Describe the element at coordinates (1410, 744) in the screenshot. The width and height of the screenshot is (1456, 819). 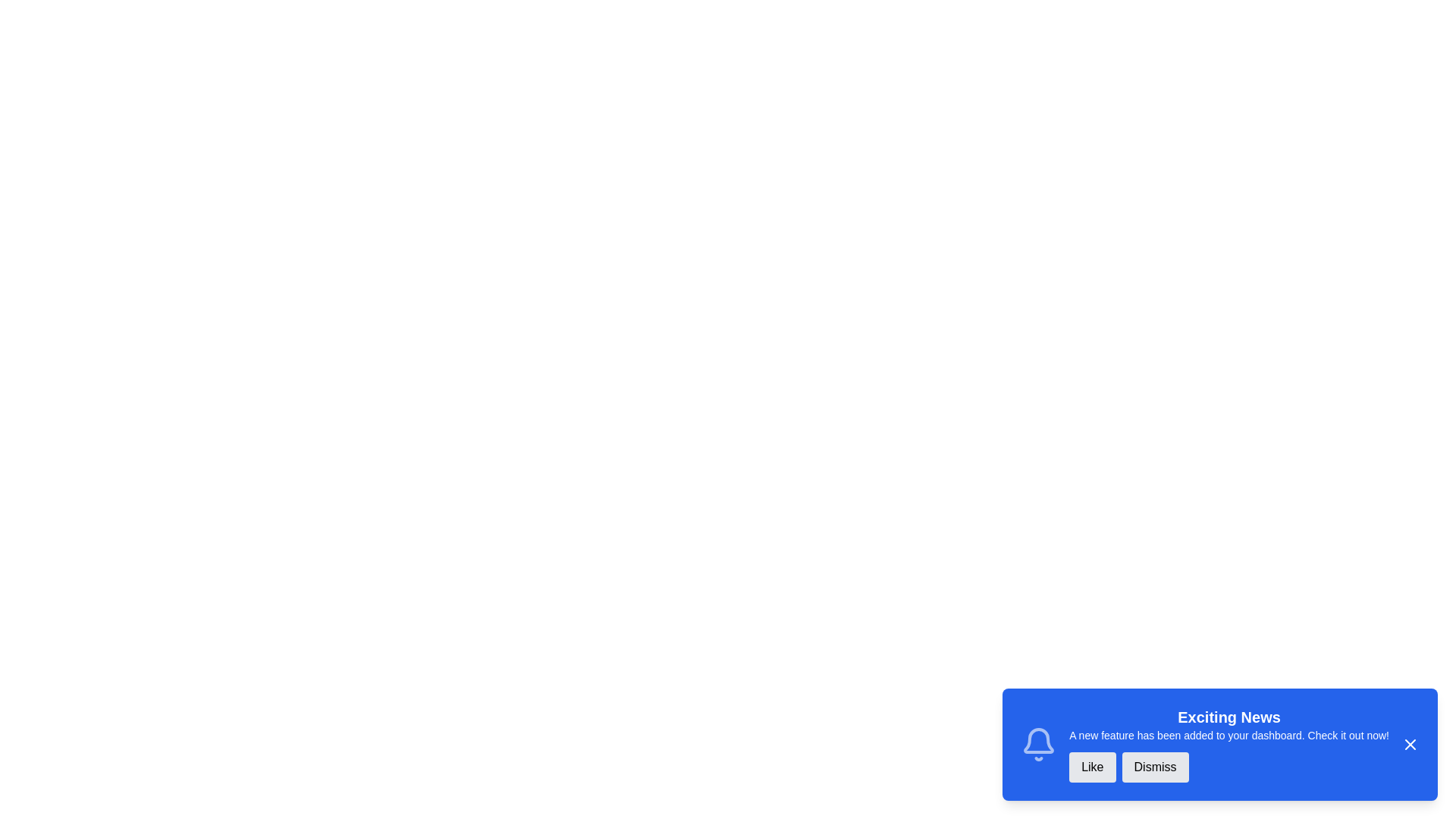
I see `the close icon (X) to close the snackbar` at that location.